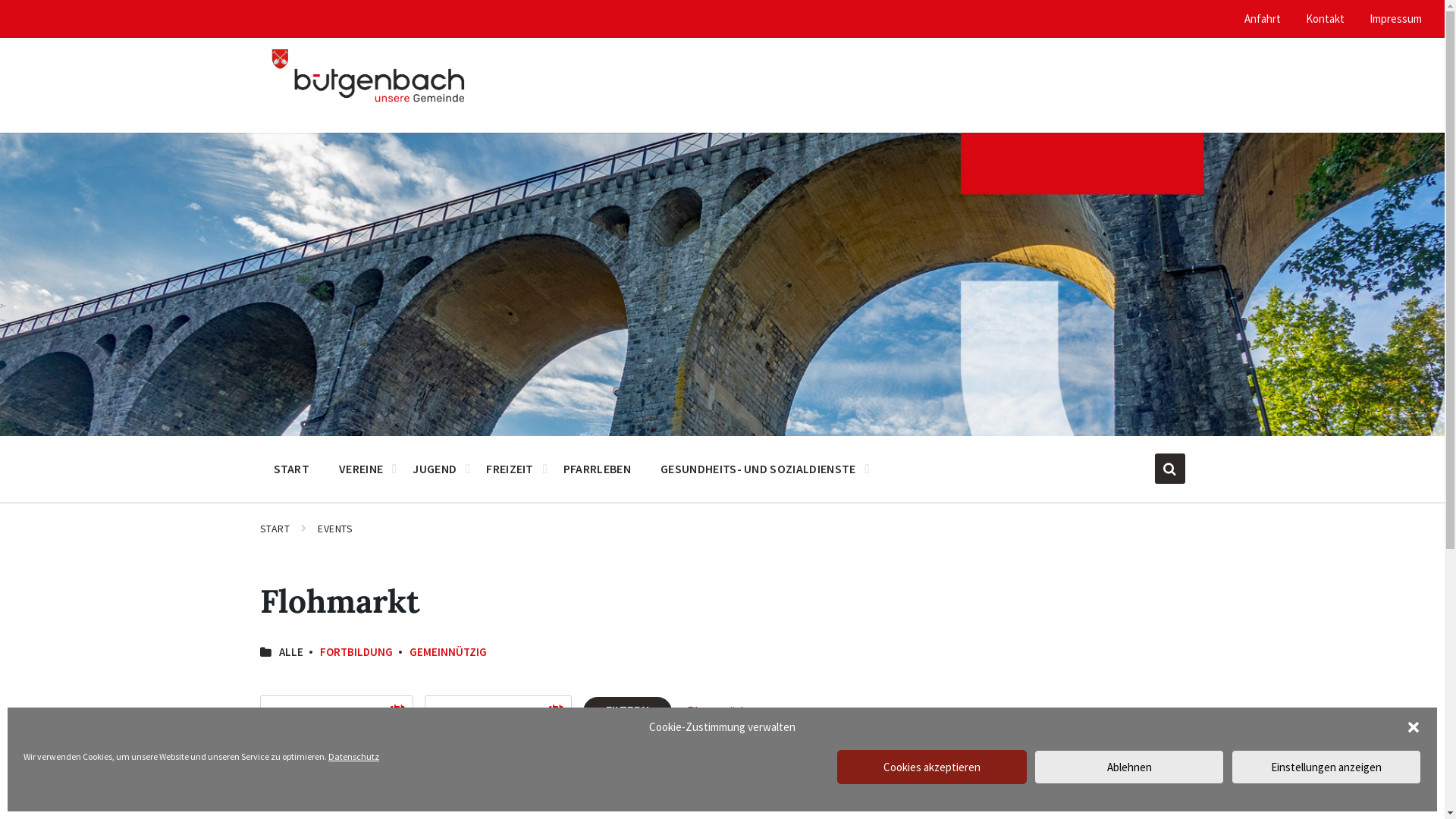  Describe the element at coordinates (1324, 18) in the screenshot. I see `'Kontakt'` at that location.